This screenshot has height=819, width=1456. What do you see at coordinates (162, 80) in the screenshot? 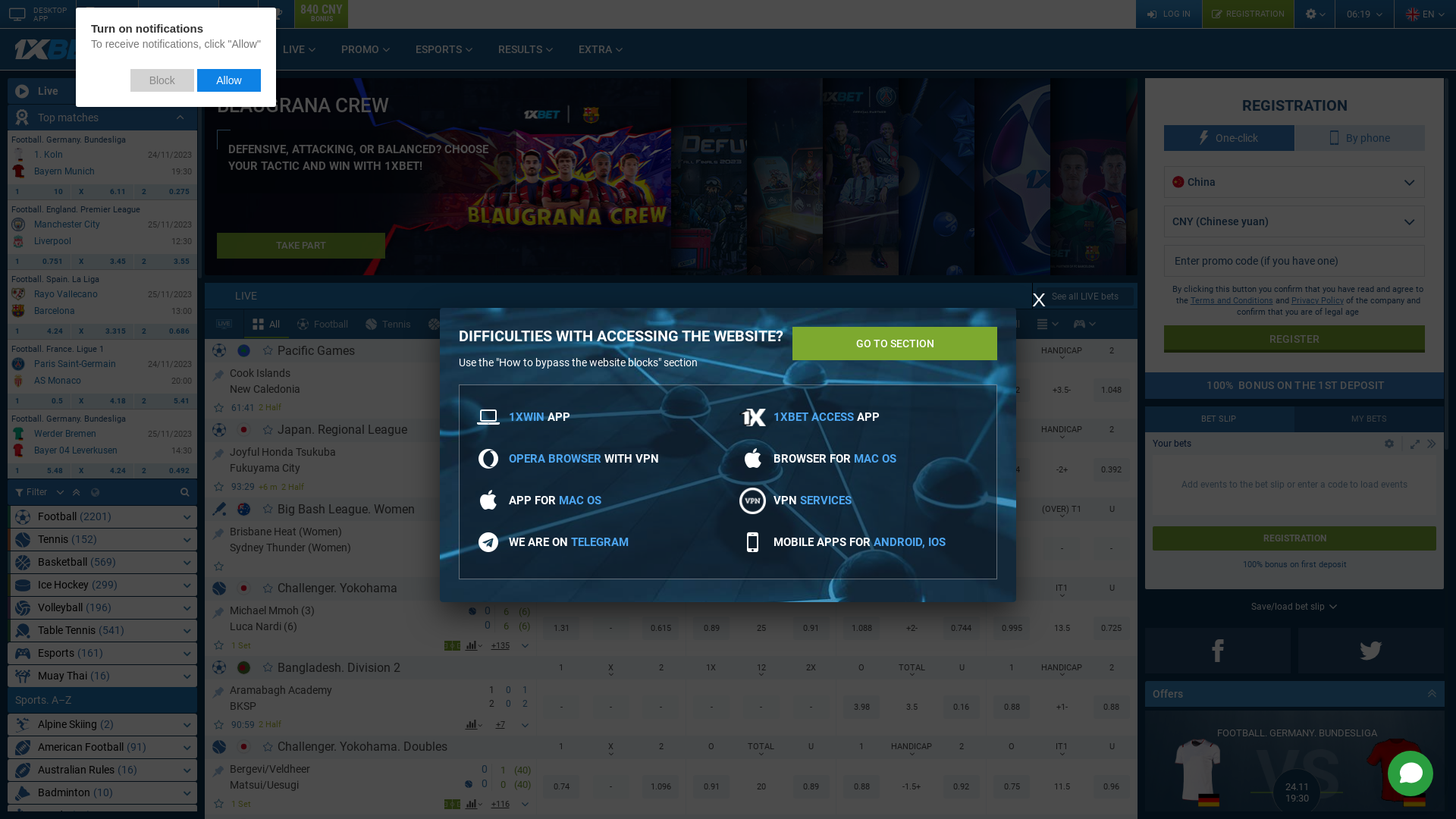
I see `'Block'` at bounding box center [162, 80].